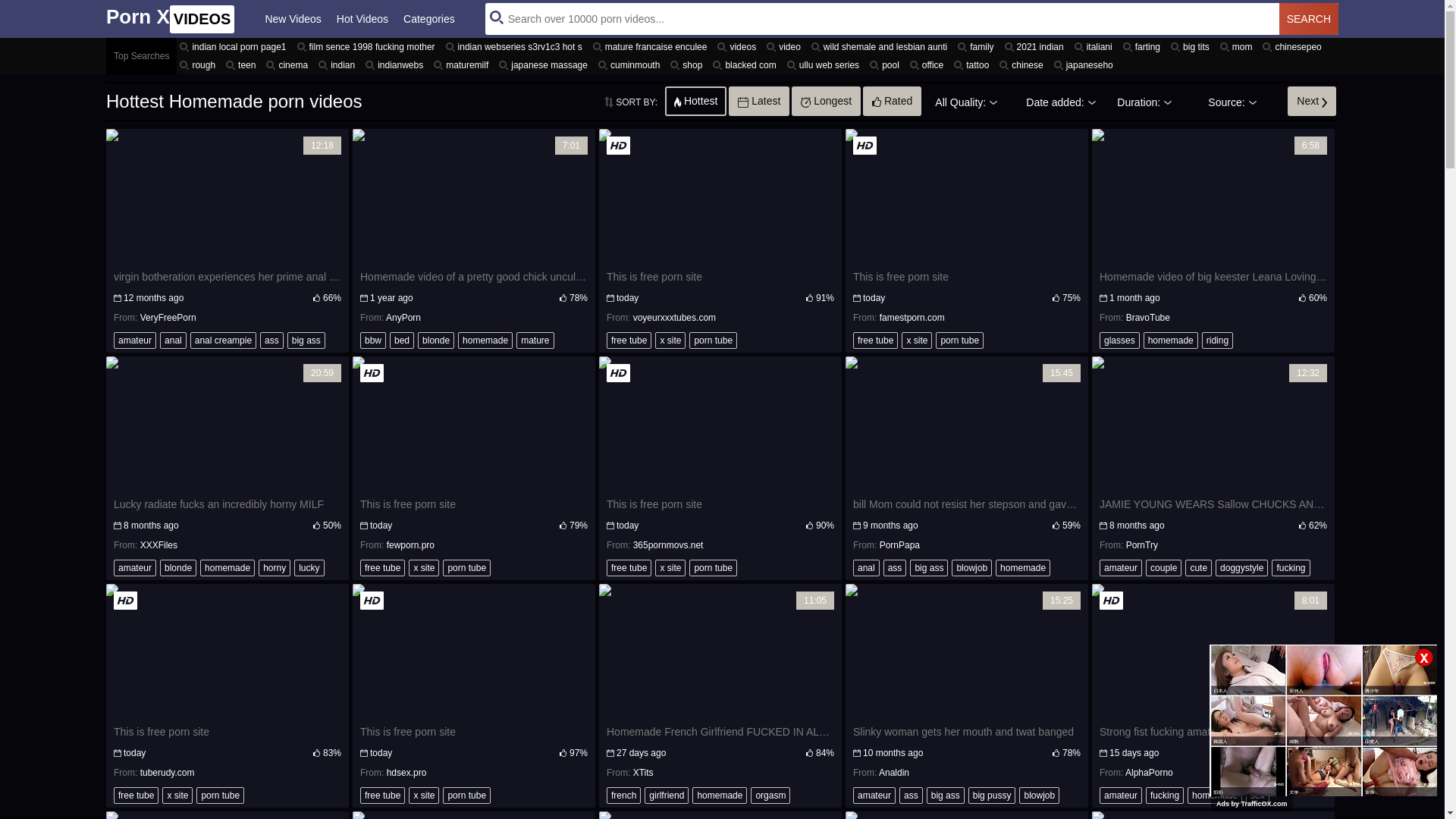 The width and height of the screenshot is (1456, 819). Describe the element at coordinates (428, 18) in the screenshot. I see `'Categories'` at that location.